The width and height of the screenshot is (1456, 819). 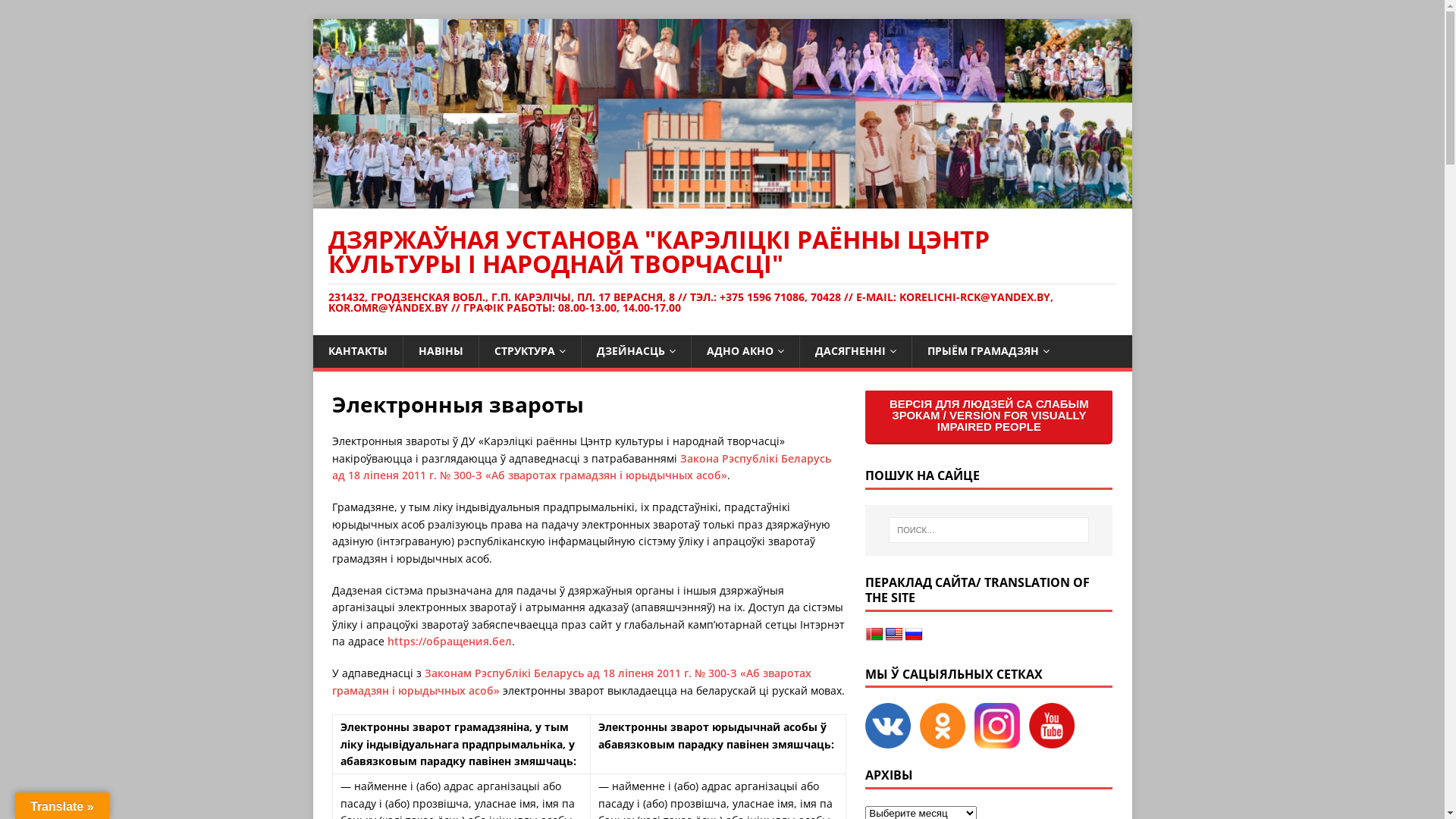 I want to click on 'English', so click(x=894, y=635).